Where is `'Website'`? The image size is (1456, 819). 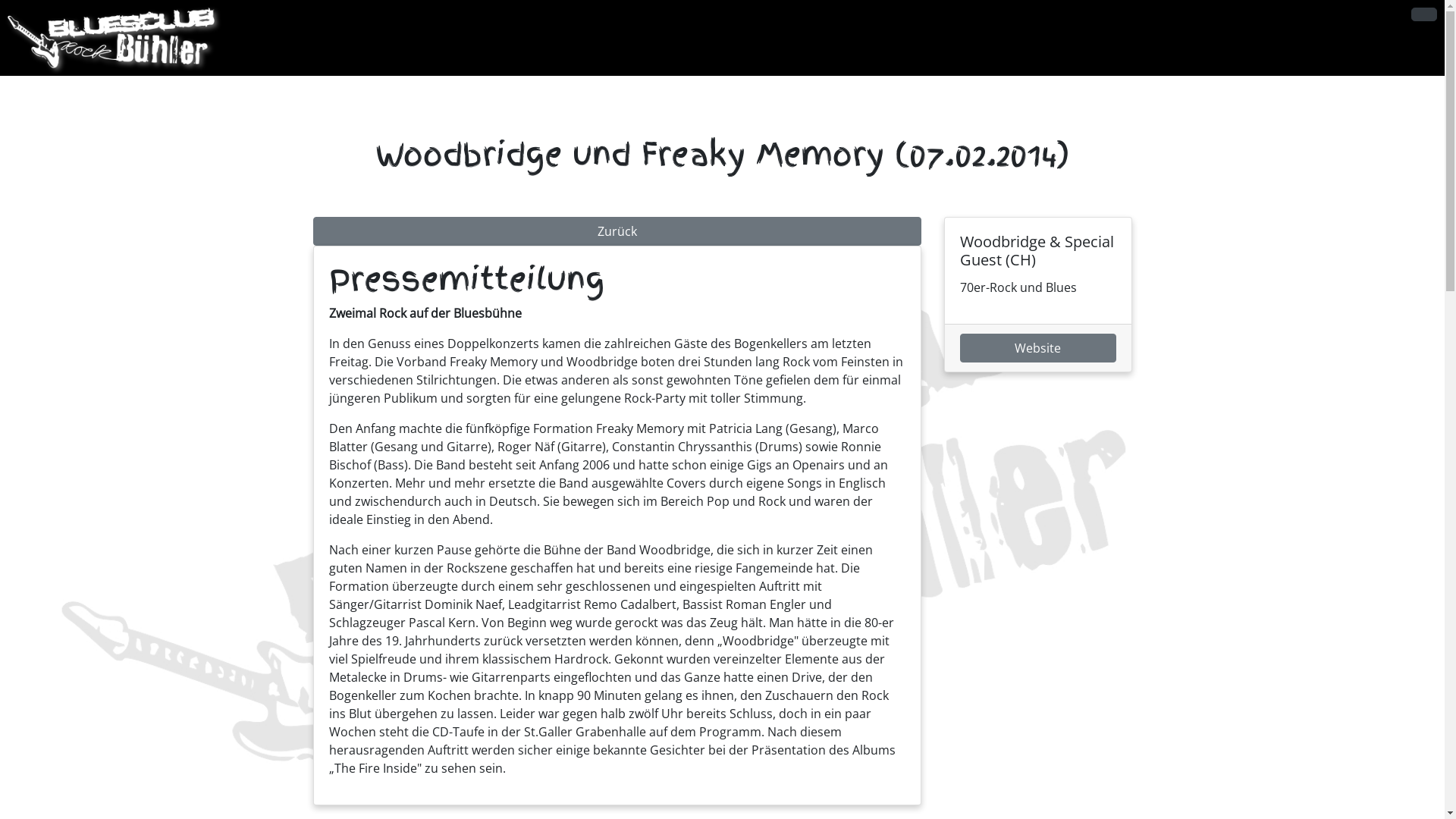
'Website' is located at coordinates (1037, 348).